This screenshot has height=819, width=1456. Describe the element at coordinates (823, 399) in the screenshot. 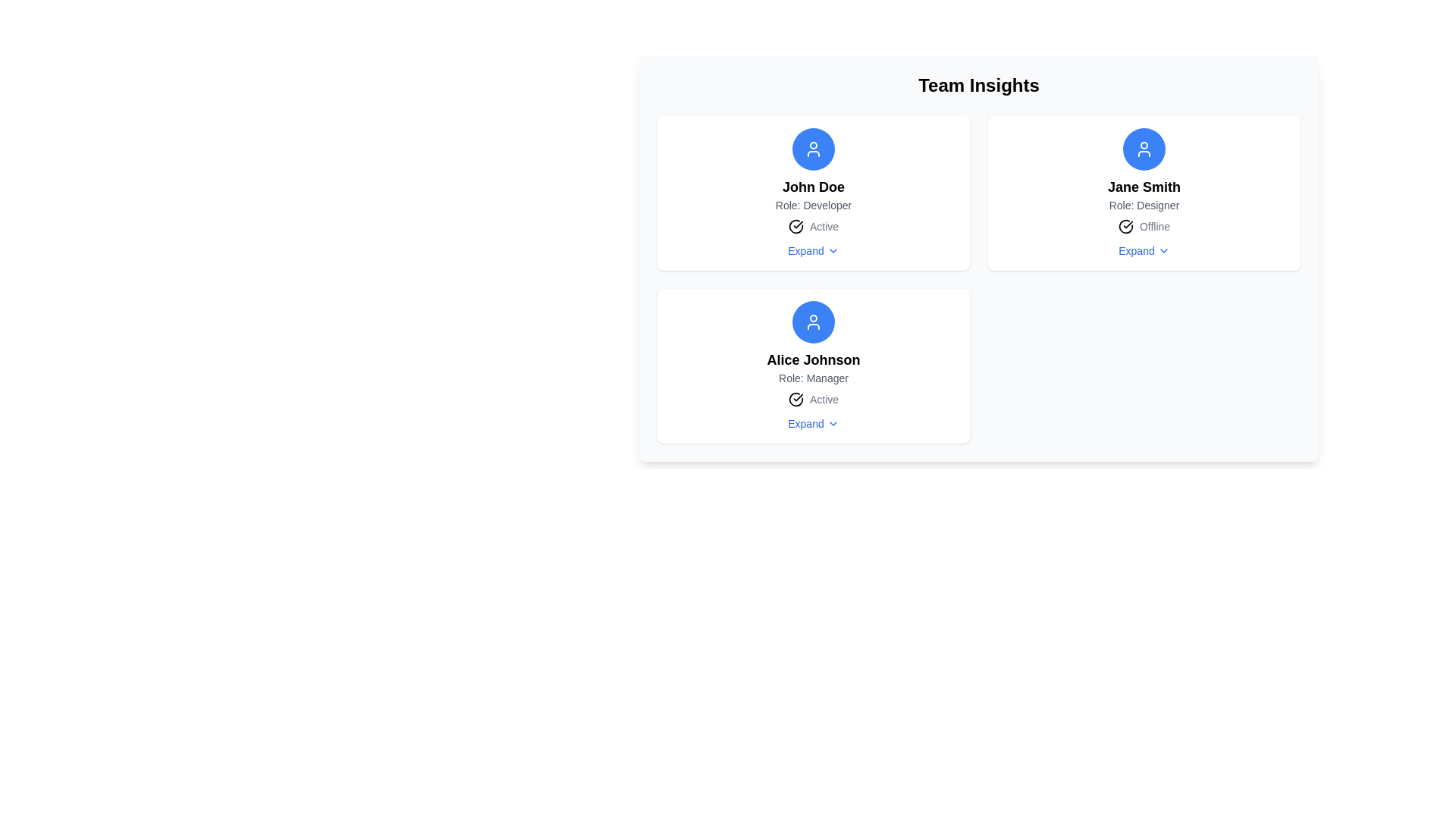

I see `the 'Active' text label located under the role designation in Alice Johnson's information card` at that location.